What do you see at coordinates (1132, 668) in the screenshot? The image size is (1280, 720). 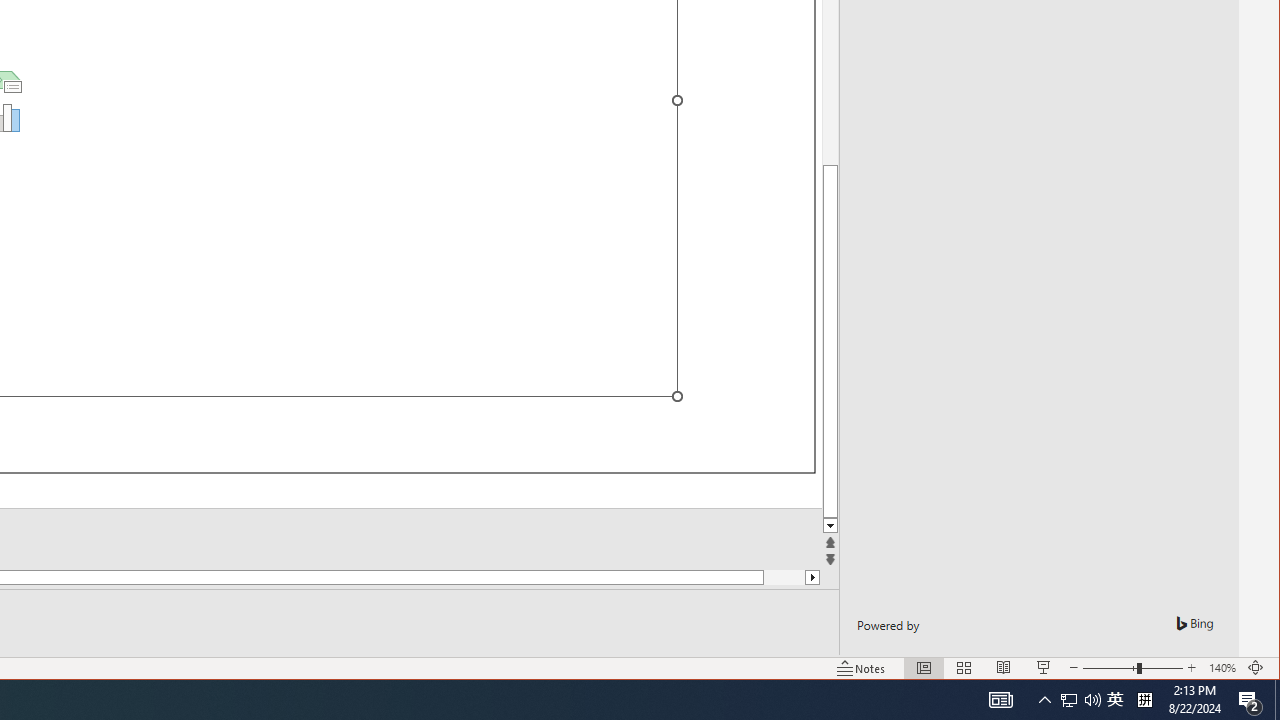 I see `'Zoom'` at bounding box center [1132, 668].